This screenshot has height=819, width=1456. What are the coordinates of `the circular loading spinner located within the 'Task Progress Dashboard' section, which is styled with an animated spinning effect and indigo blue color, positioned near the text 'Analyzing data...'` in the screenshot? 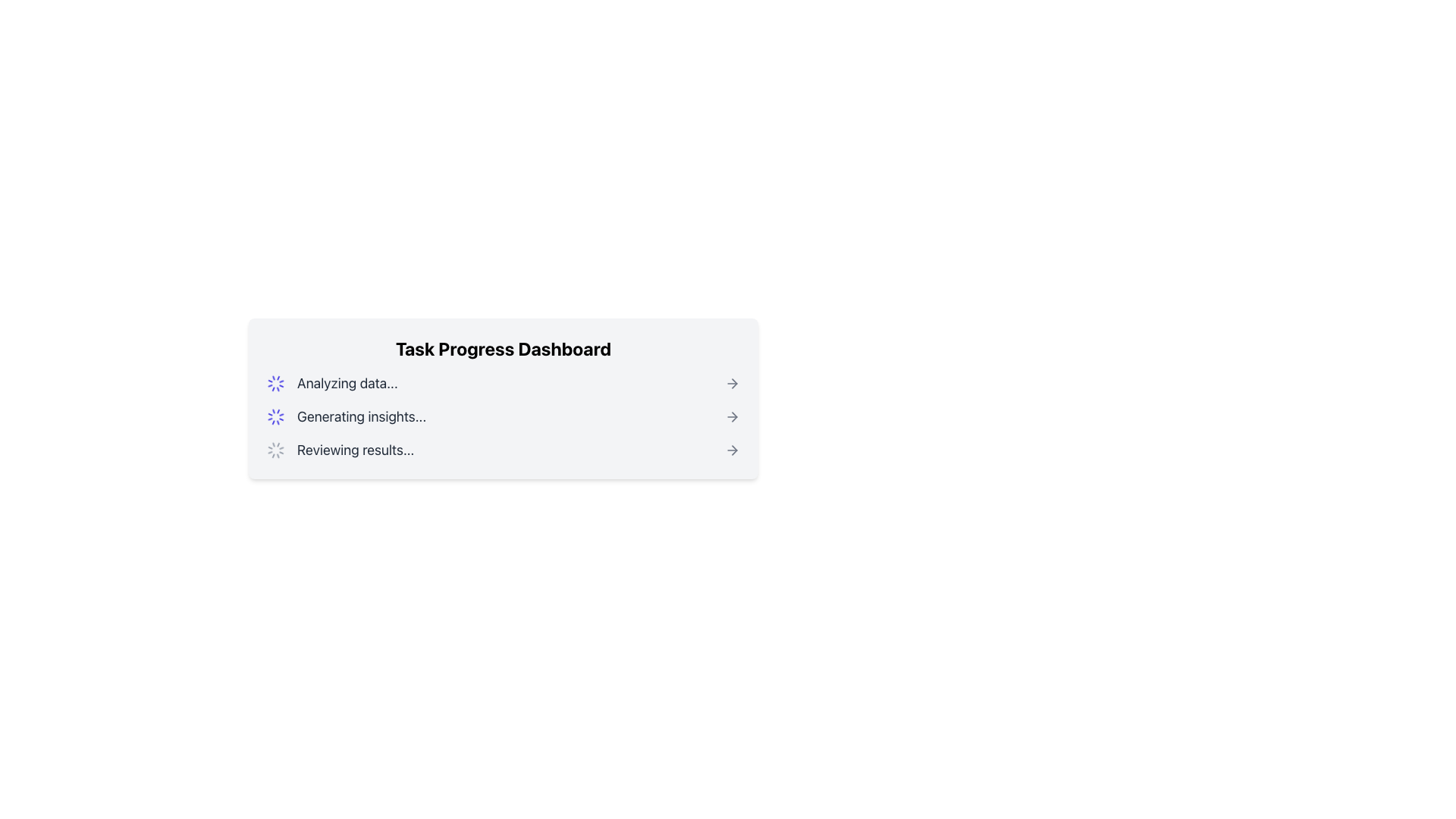 It's located at (276, 382).